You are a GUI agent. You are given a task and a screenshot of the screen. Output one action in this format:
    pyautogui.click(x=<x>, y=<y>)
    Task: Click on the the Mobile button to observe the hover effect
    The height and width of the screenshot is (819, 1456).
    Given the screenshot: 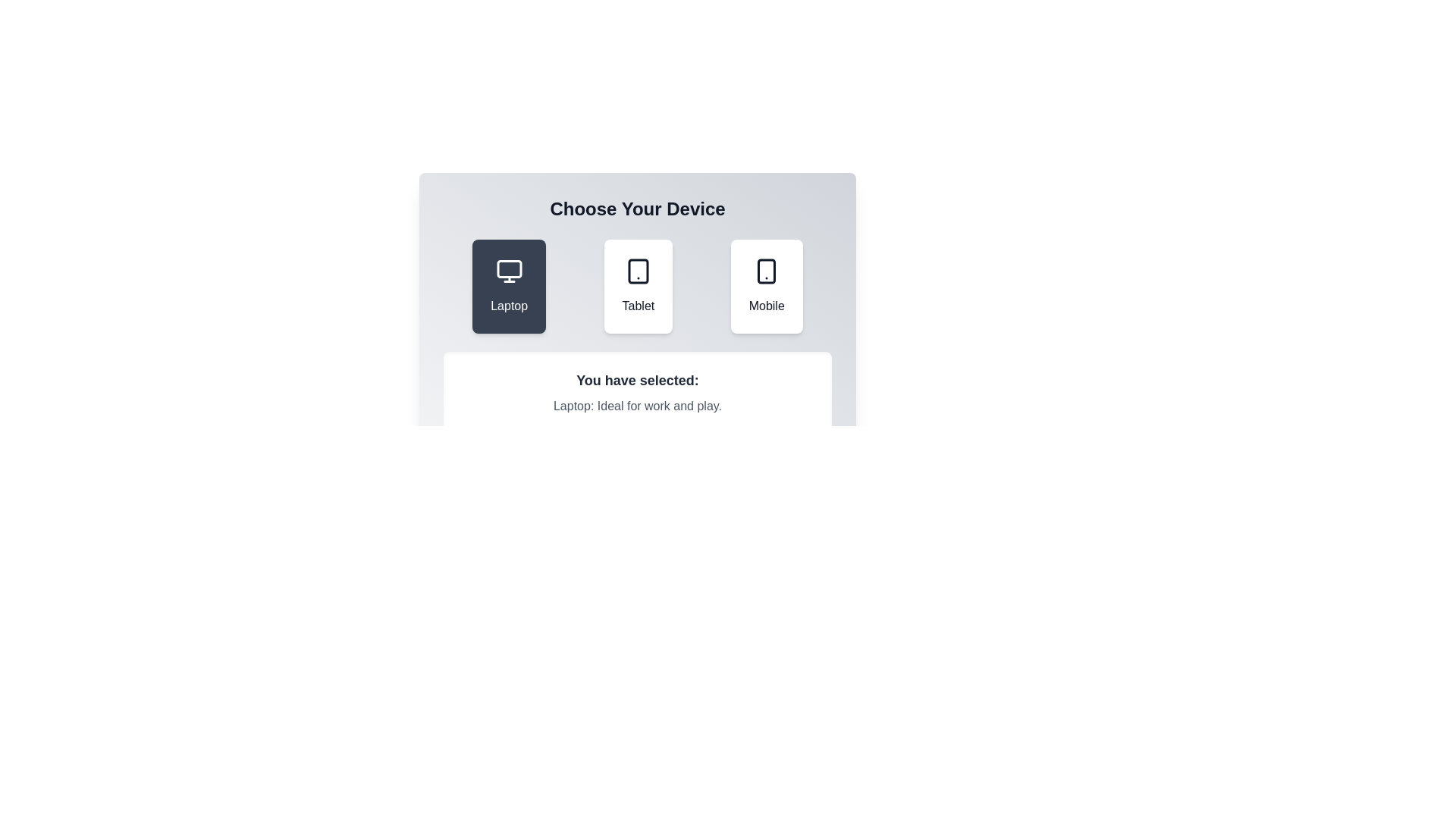 What is the action you would take?
    pyautogui.click(x=767, y=287)
    